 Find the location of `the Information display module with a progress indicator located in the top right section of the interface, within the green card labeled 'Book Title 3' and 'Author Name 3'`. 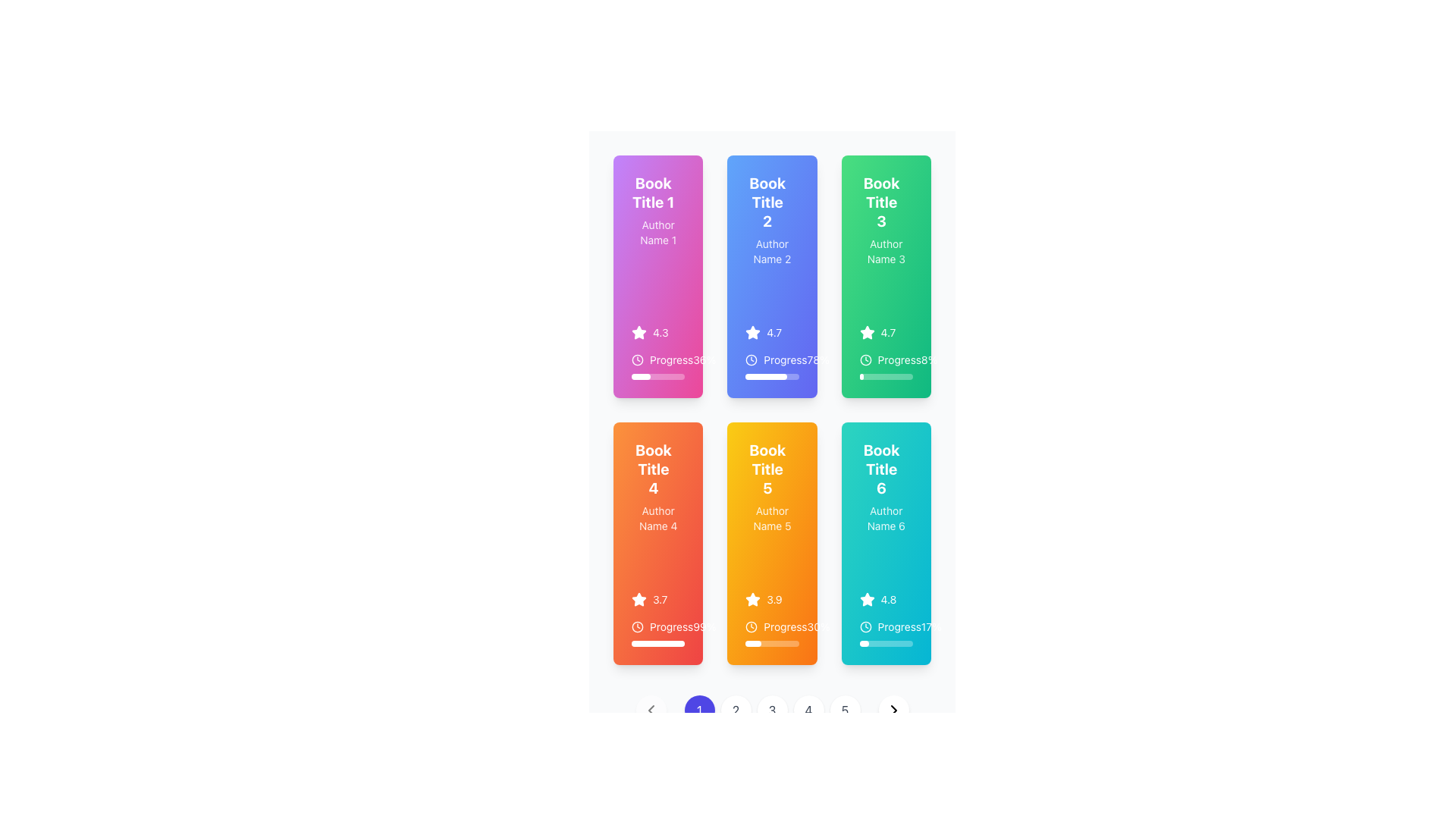

the Information display module with a progress indicator located in the top right section of the interface, within the green card labeled 'Book Title 3' and 'Author Name 3' is located at coordinates (886, 366).